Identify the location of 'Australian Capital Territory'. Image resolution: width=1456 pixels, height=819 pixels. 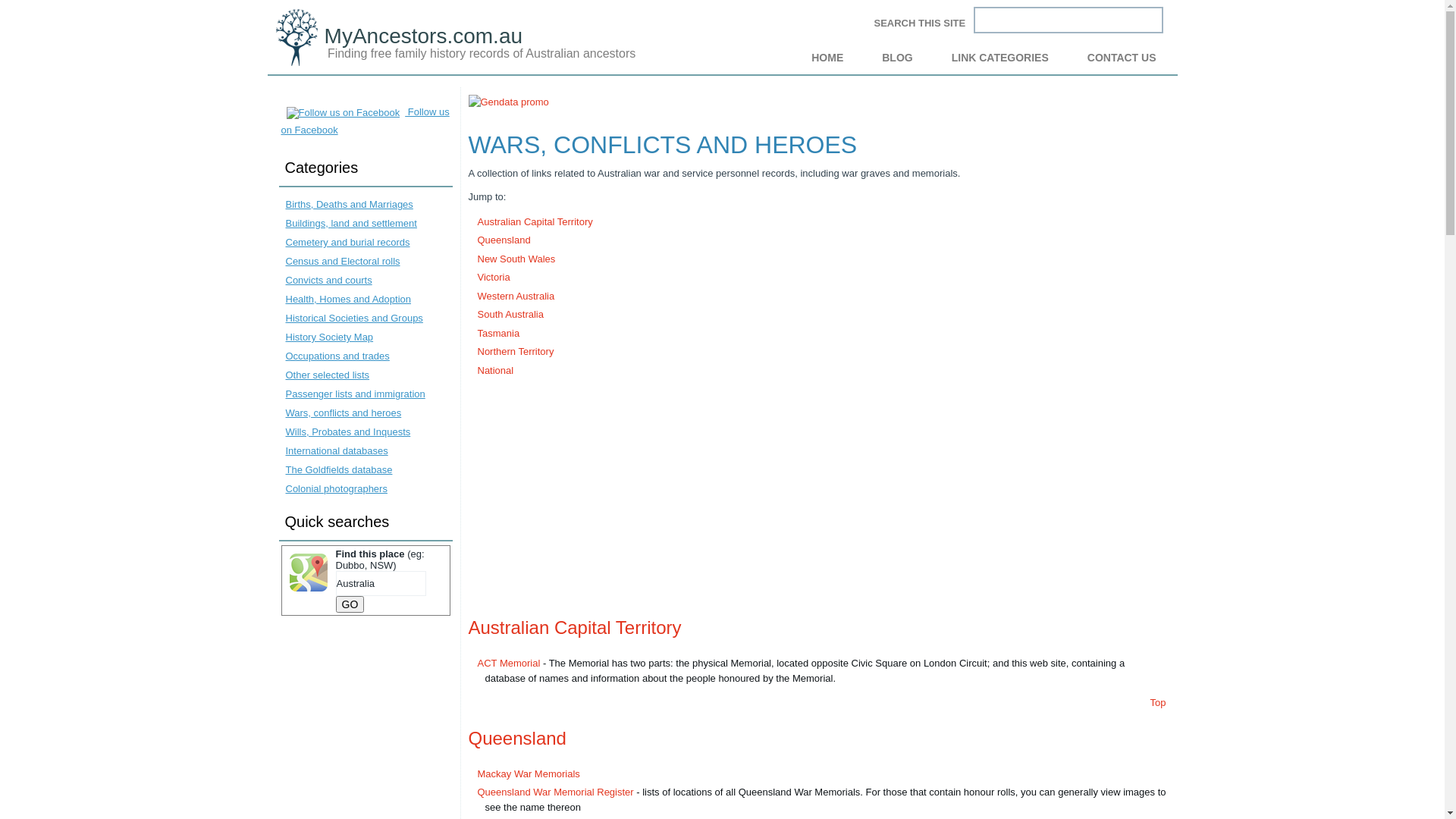
(468, 627).